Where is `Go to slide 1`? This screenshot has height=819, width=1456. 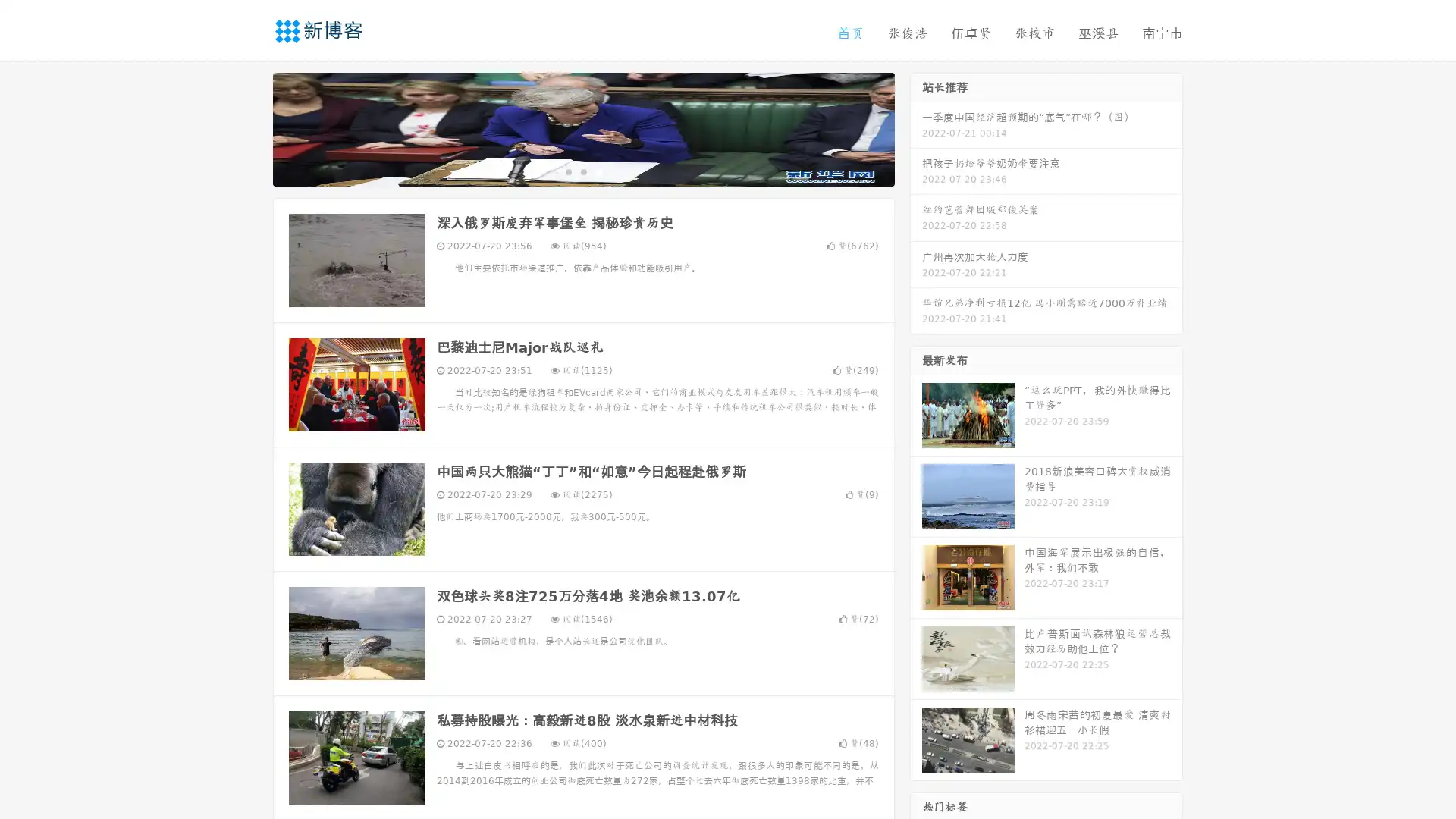 Go to slide 1 is located at coordinates (567, 171).